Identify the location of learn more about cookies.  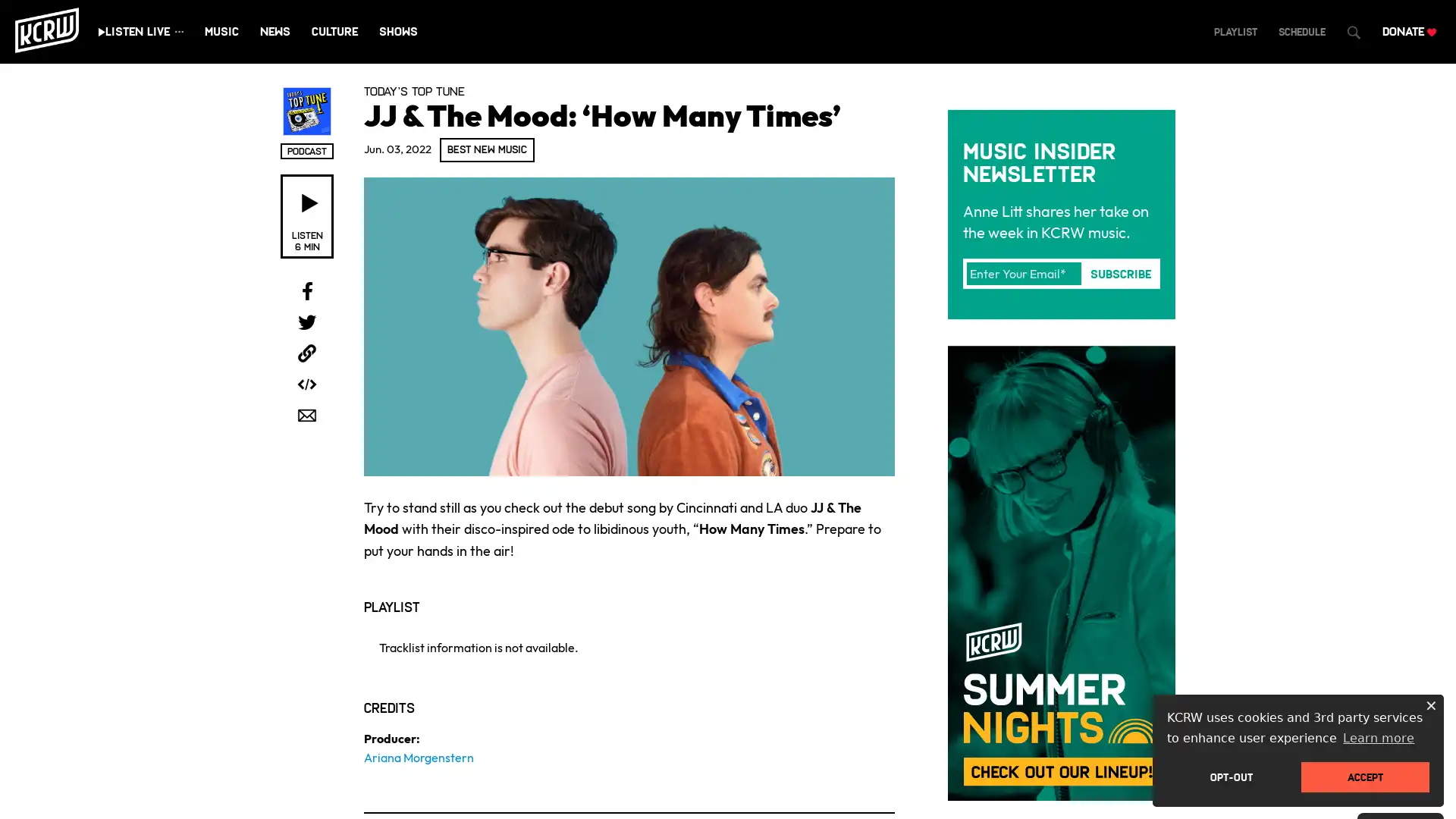
(1379, 737).